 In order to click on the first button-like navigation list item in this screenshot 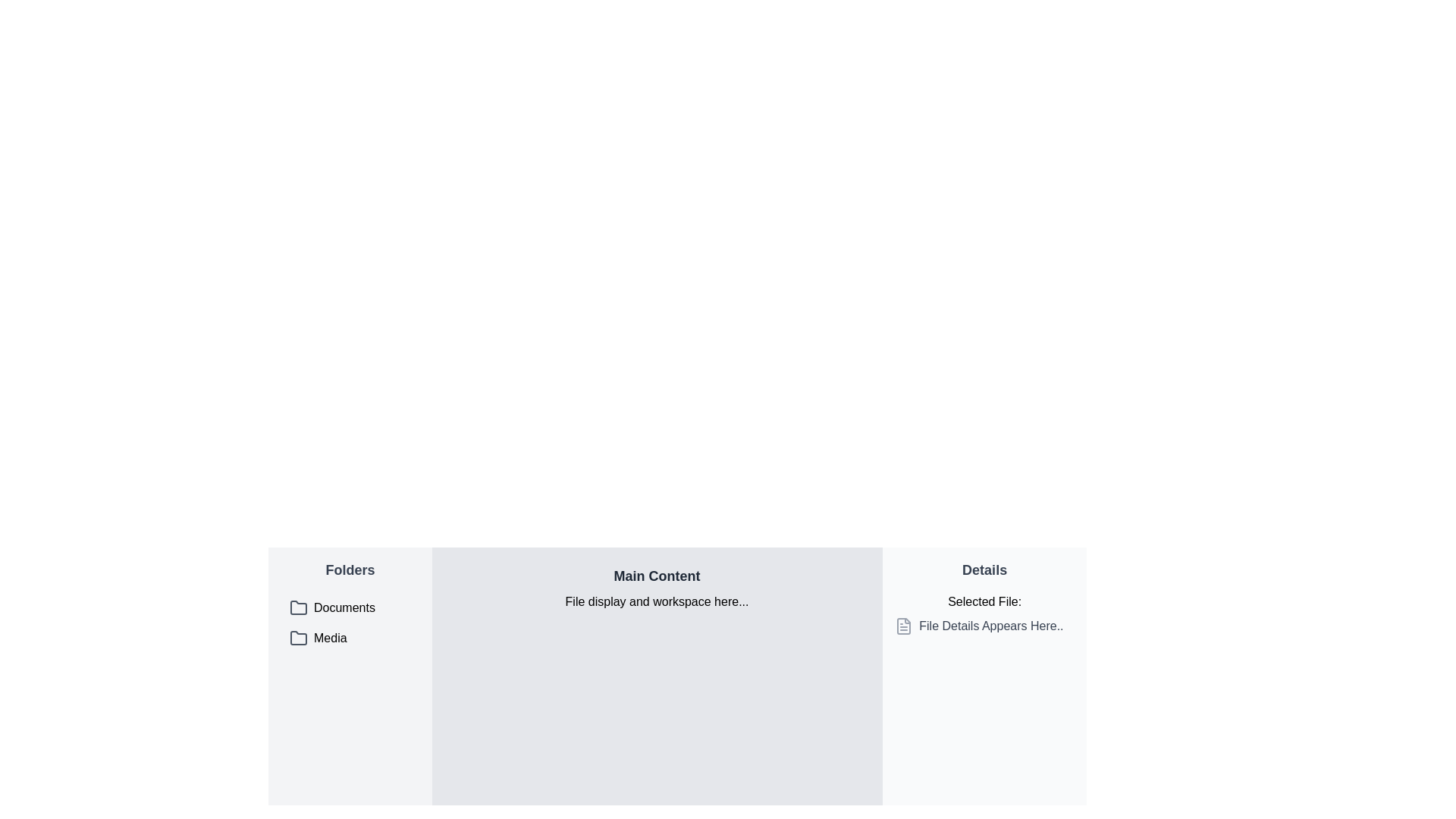, I will do `click(349, 607)`.